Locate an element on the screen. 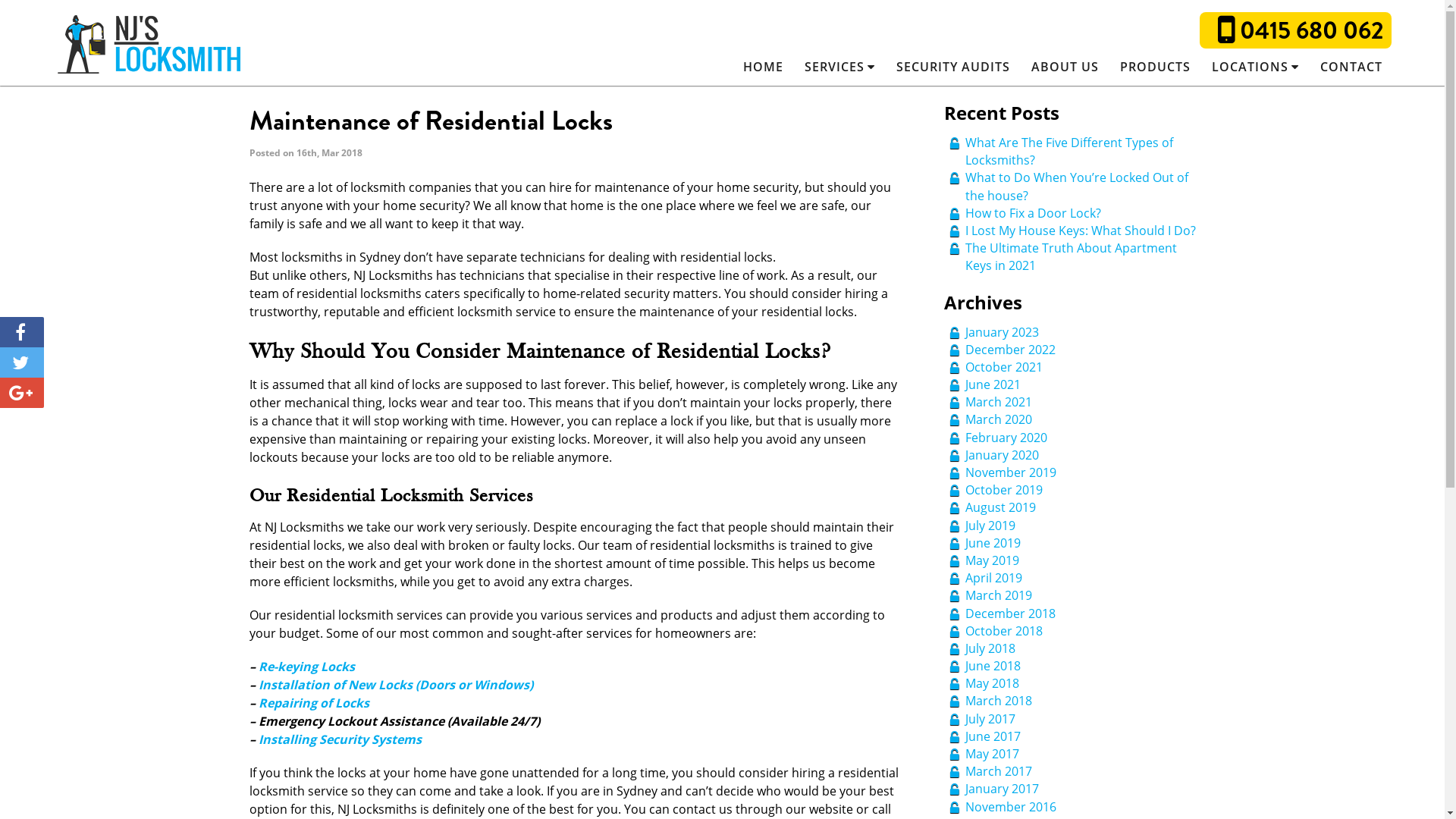  'August 2019' is located at coordinates (964, 507).